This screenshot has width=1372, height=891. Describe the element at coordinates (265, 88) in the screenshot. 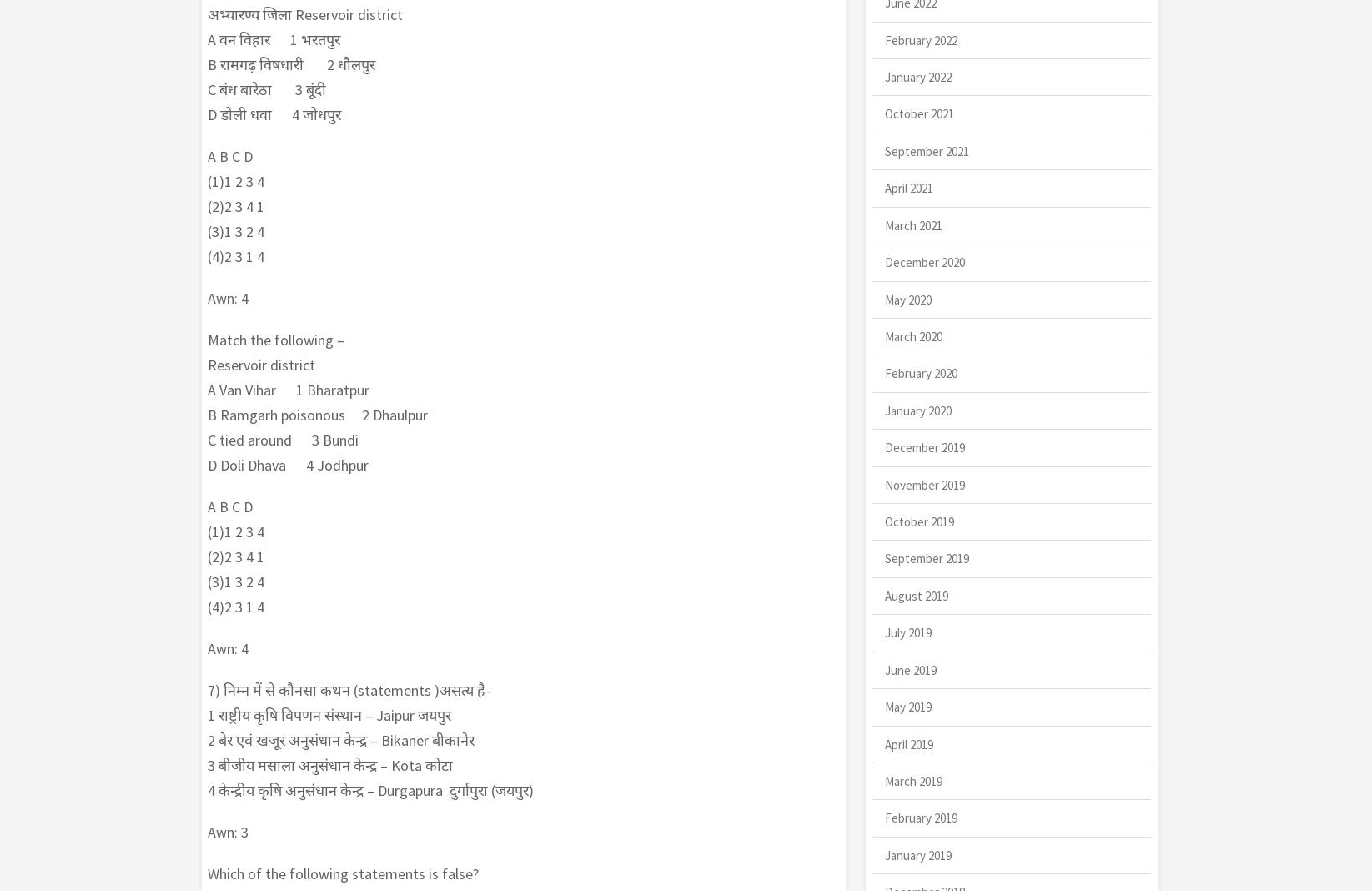

I see `'C बंध बारेठा       3 बूंदी'` at that location.